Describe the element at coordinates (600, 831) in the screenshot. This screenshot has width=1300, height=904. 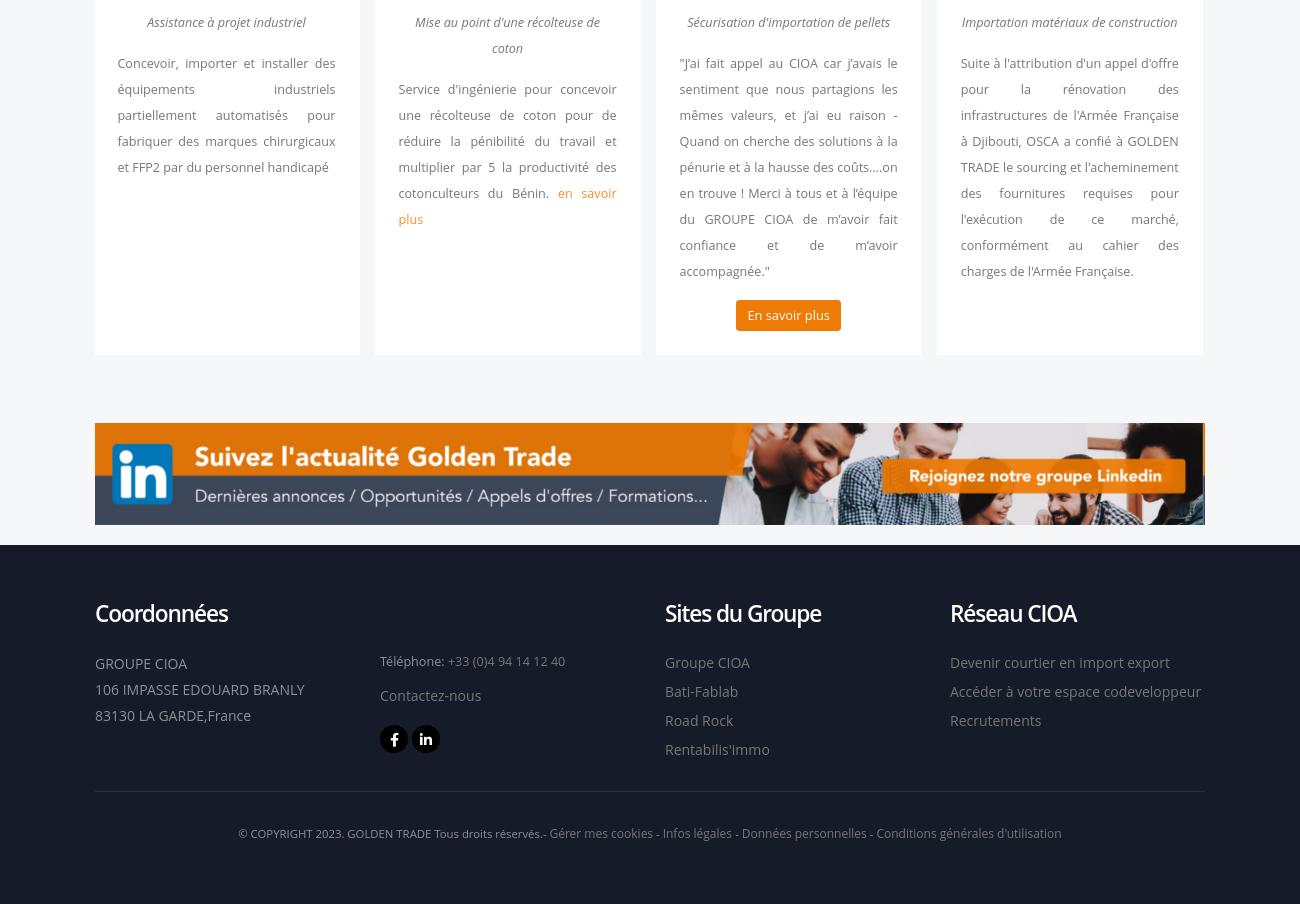
I see `'Gérer mes cookies'` at that location.